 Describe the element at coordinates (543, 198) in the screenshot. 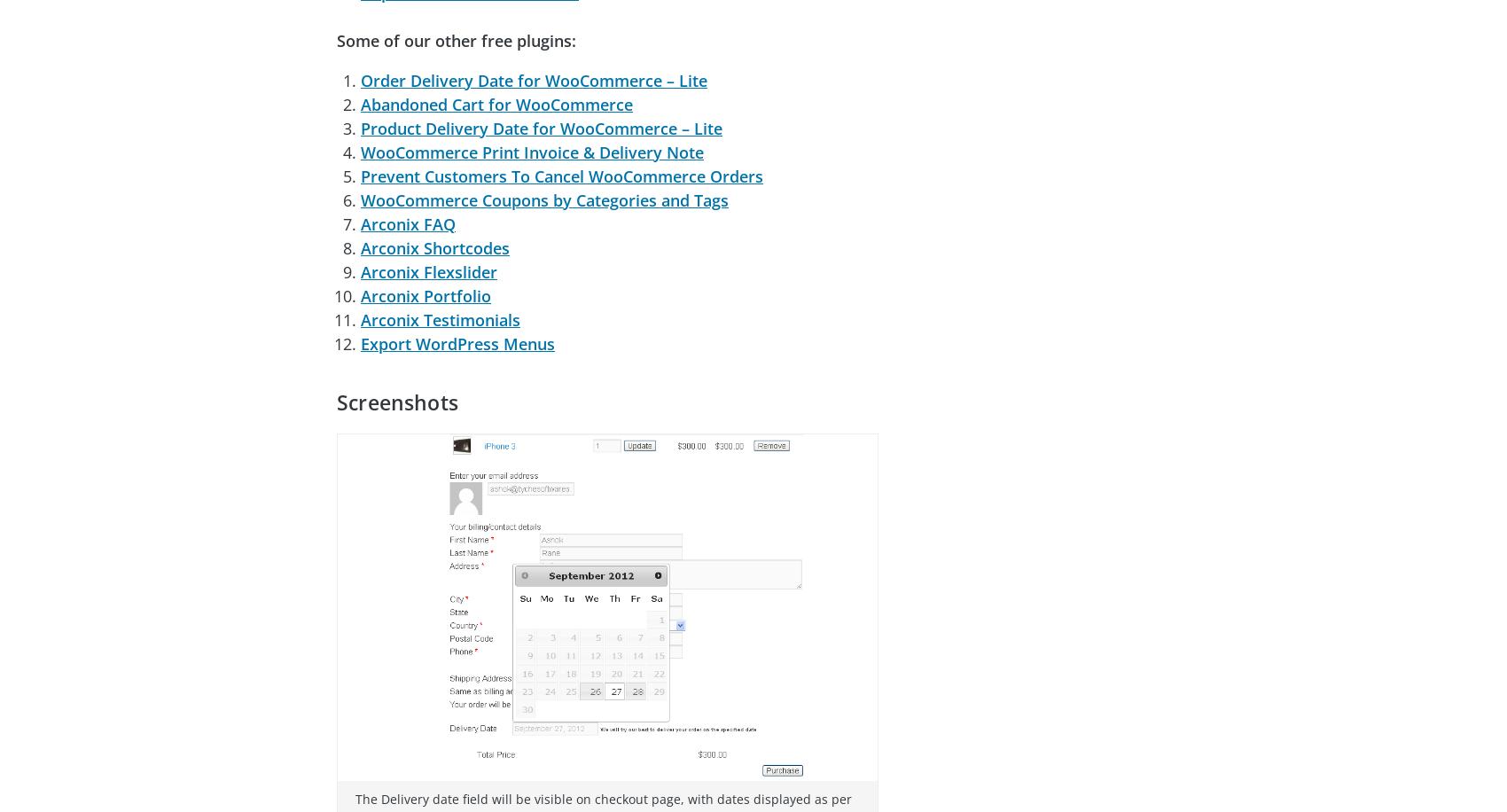

I see `'WooCommerce Coupons by Categories and Tags'` at that location.